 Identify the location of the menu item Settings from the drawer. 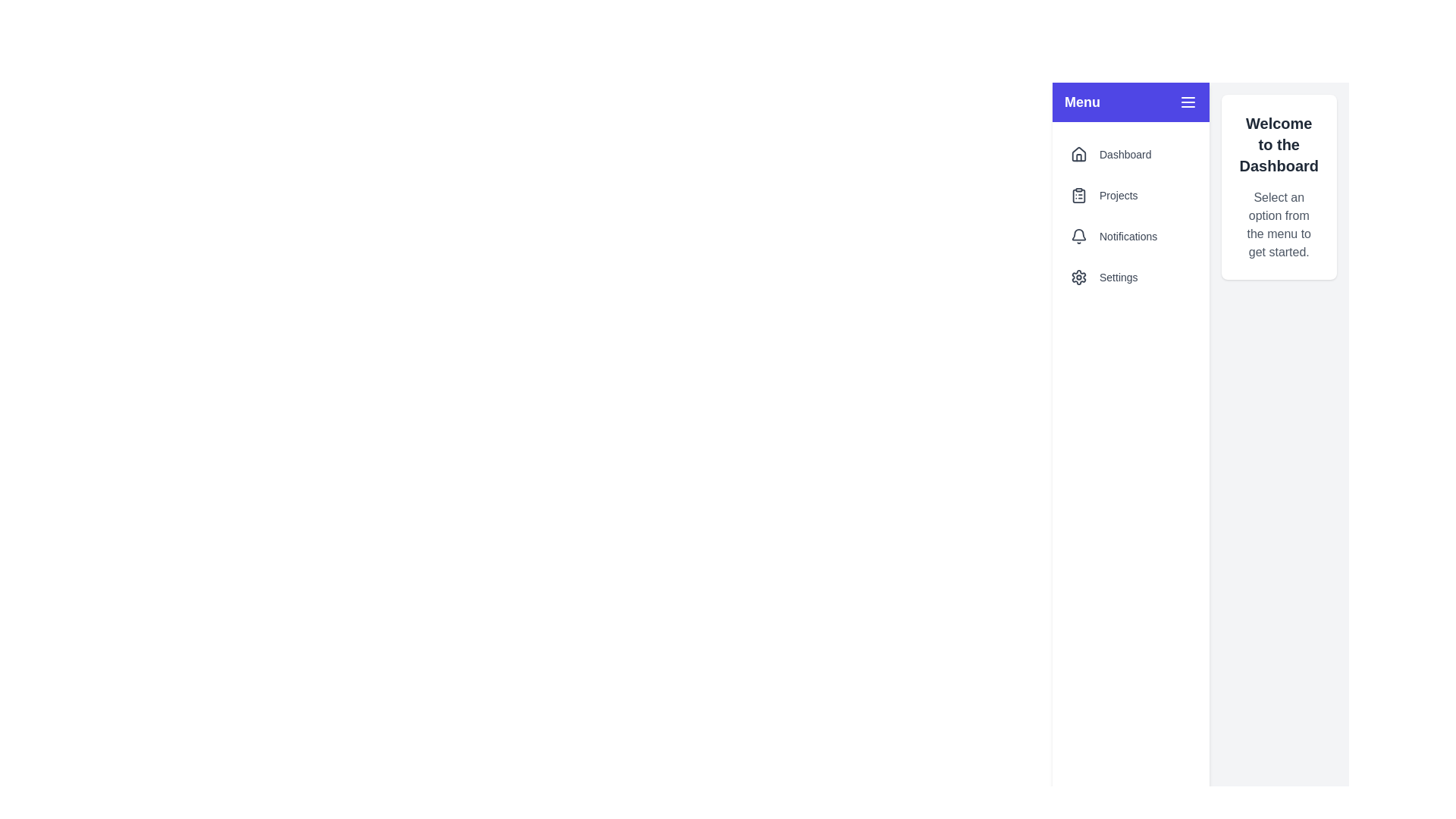
(1131, 278).